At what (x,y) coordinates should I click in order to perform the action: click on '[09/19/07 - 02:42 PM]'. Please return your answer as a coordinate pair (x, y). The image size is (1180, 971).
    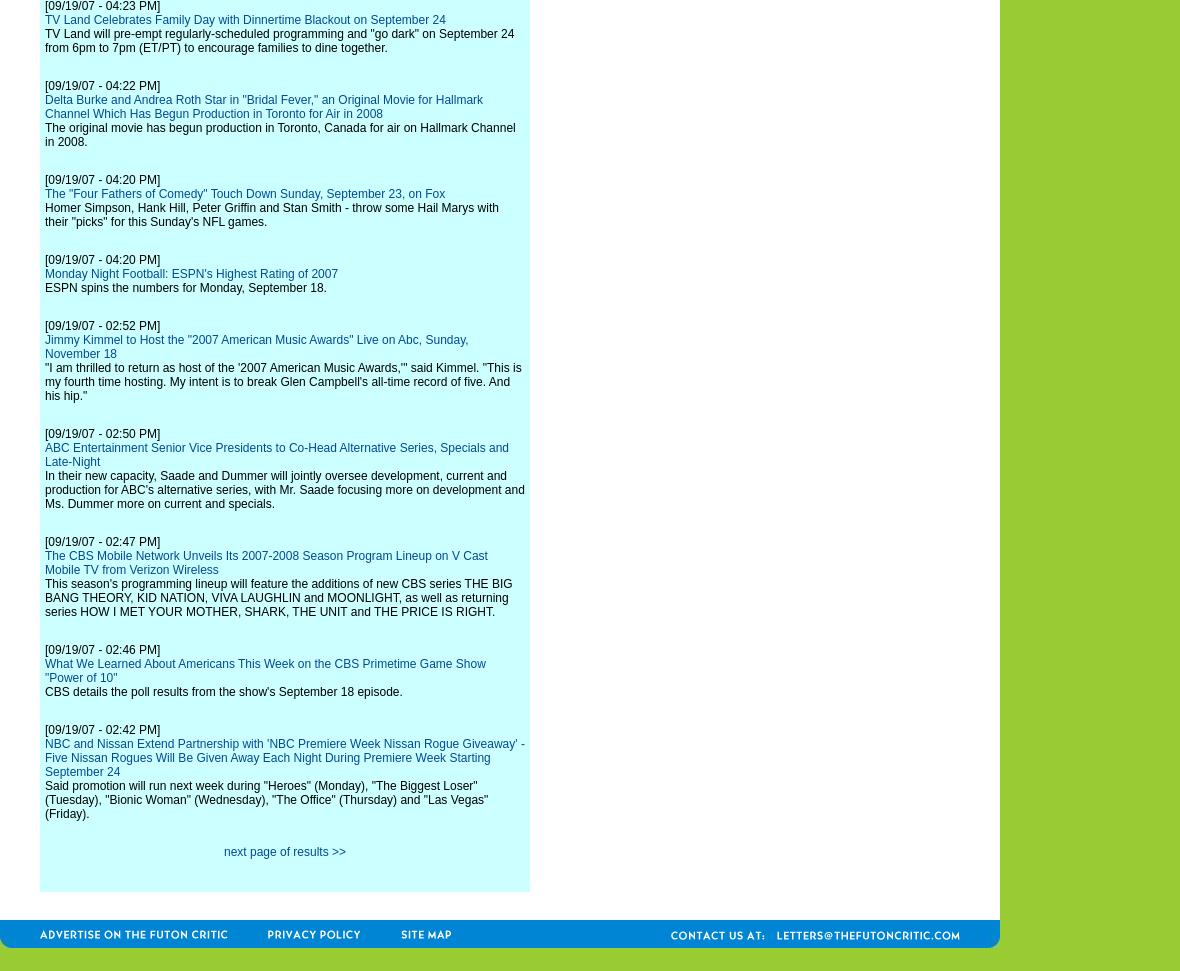
    Looking at the image, I should click on (43, 728).